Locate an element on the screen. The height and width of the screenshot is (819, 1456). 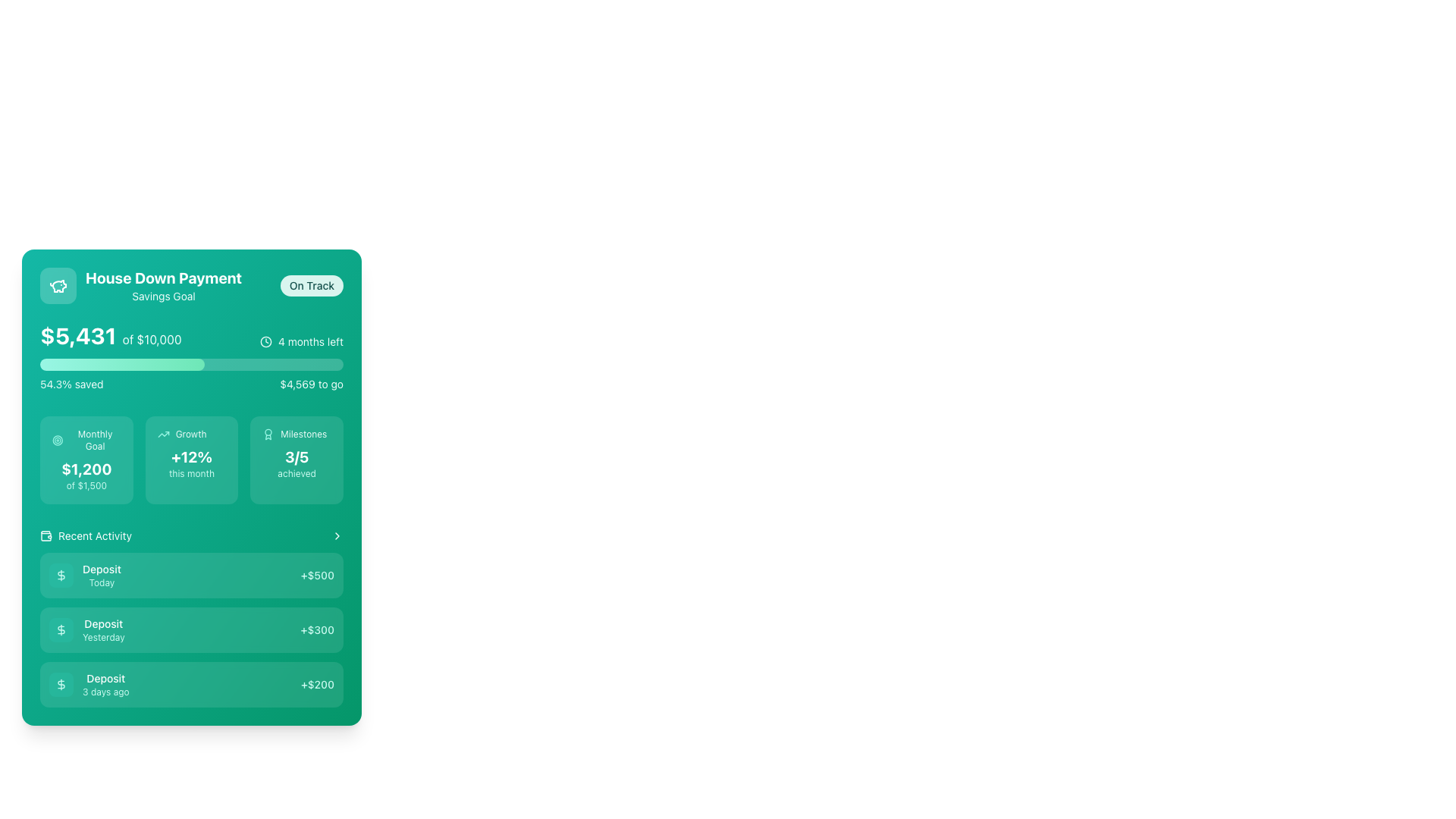
the Text Label that visually represents a growth metric, situated centrally above the text 'this month' and below the header 'Growth' is located at coordinates (191, 456).